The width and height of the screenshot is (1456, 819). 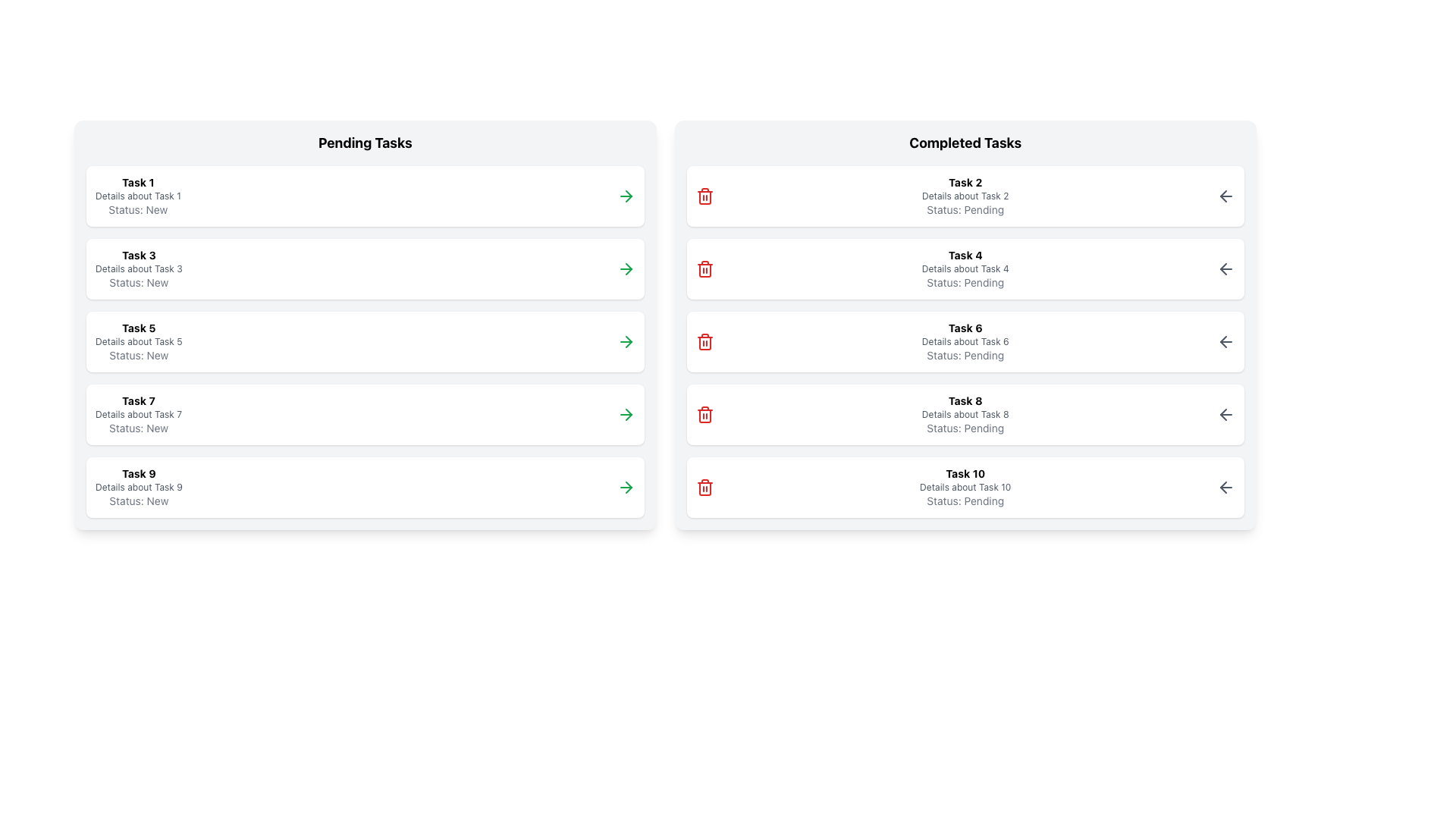 I want to click on the 'Task 7' text label, which serves as the main identifier for the task entry in the list, located at the top of the block of text within the 'Pending Tasks' column, so click(x=138, y=400).